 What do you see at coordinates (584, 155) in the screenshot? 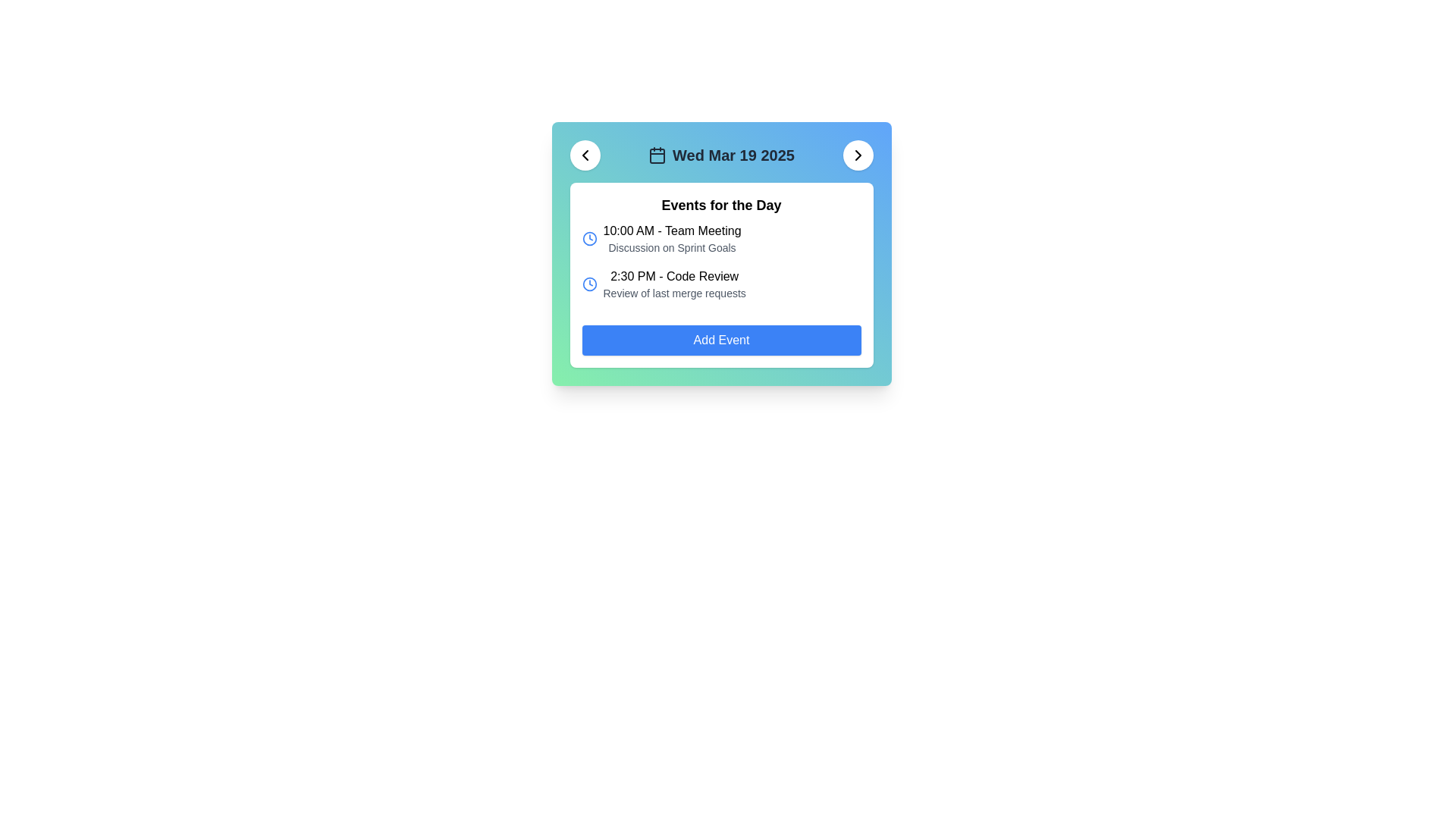
I see `the circular button with a white background and a black left-oriented chevron icon, located to the left of the text 'Wed Mar 19 2025'` at bounding box center [584, 155].